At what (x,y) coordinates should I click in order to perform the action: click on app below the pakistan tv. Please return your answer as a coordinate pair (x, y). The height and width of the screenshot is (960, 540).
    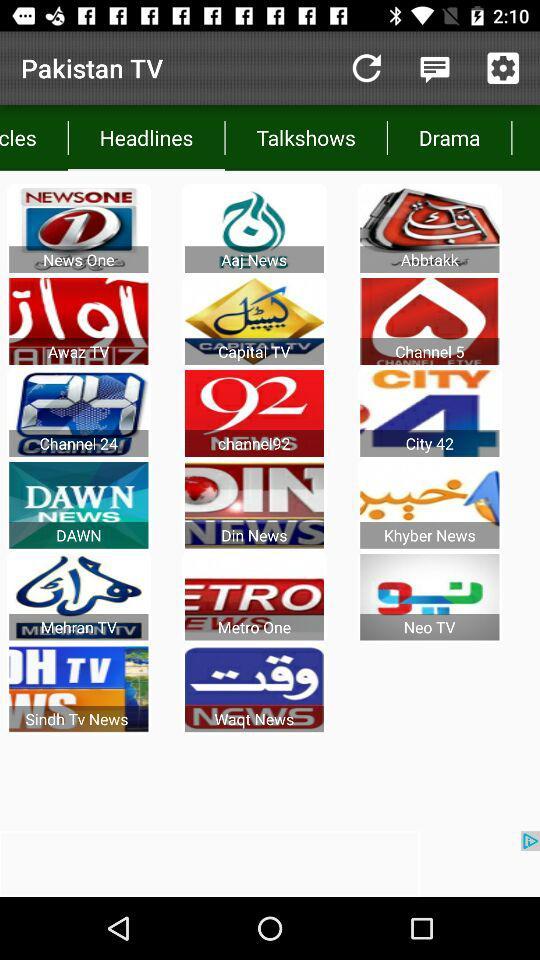
    Looking at the image, I should click on (145, 136).